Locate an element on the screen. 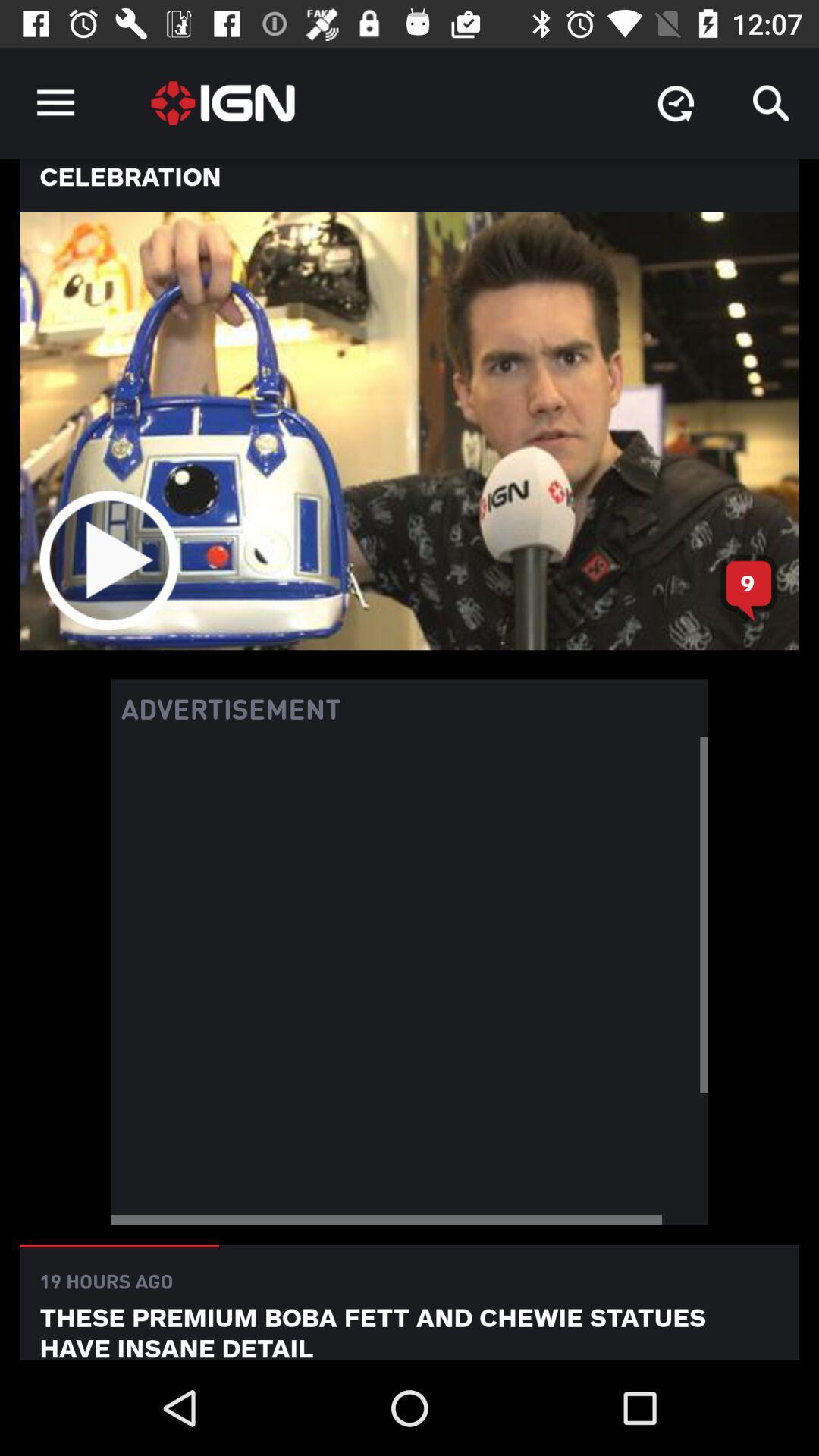  the item above none of these icon is located at coordinates (771, 102).